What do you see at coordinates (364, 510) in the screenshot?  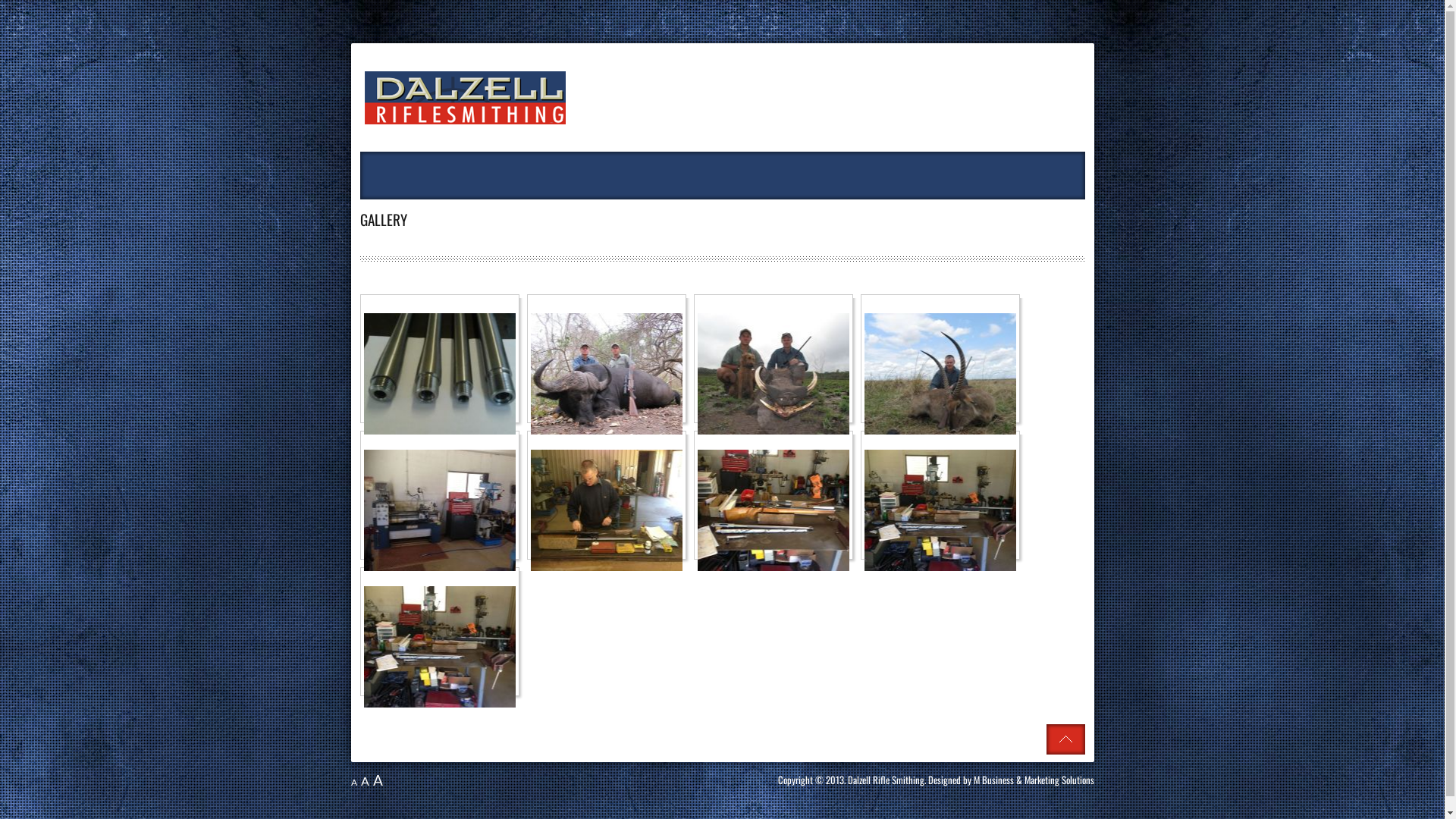 I see `'Click to enlarge image IMG_1456.jpg'` at bounding box center [364, 510].